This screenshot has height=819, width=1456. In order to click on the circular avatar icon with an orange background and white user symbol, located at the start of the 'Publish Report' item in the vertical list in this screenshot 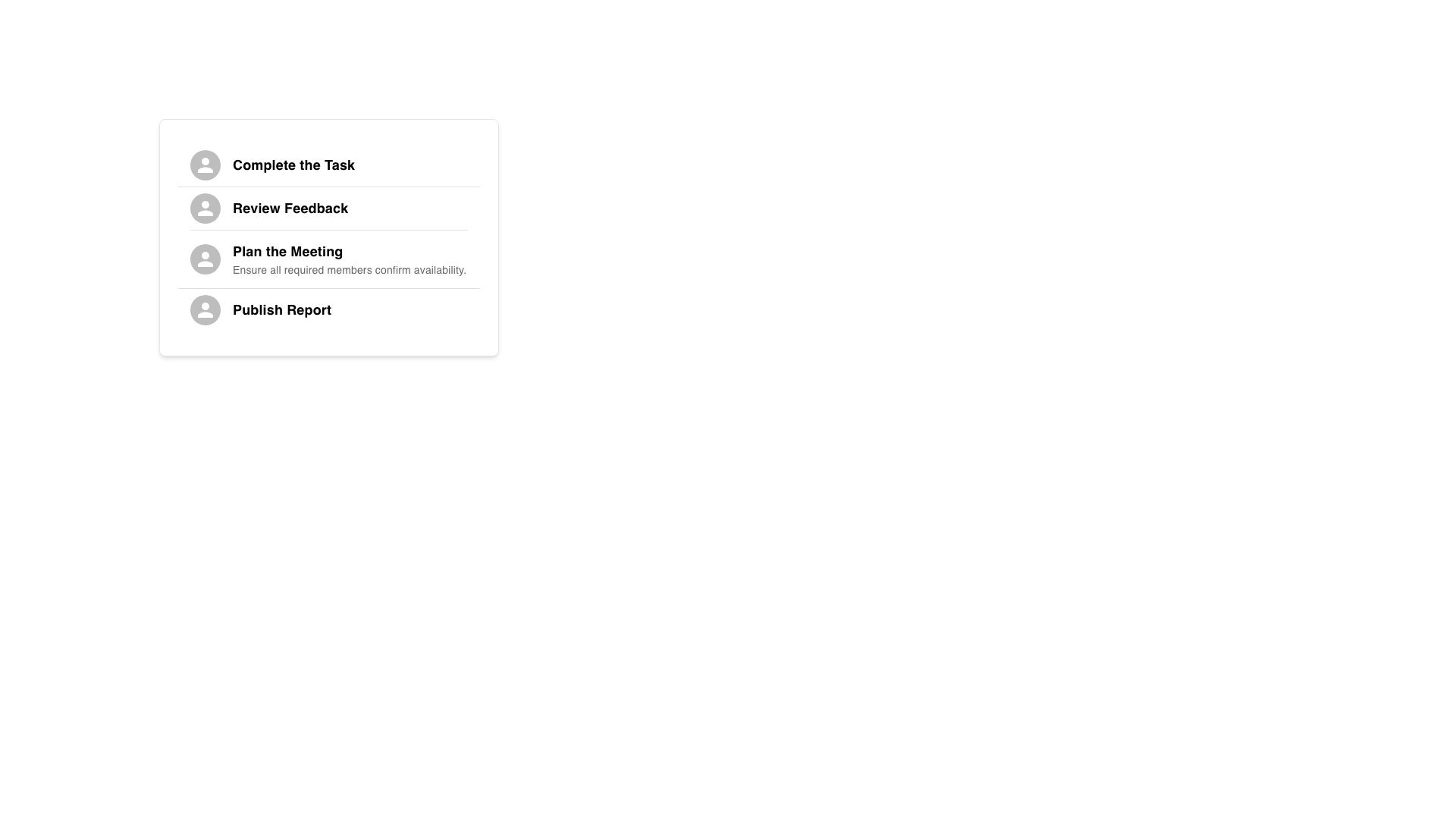, I will do `click(204, 309)`.